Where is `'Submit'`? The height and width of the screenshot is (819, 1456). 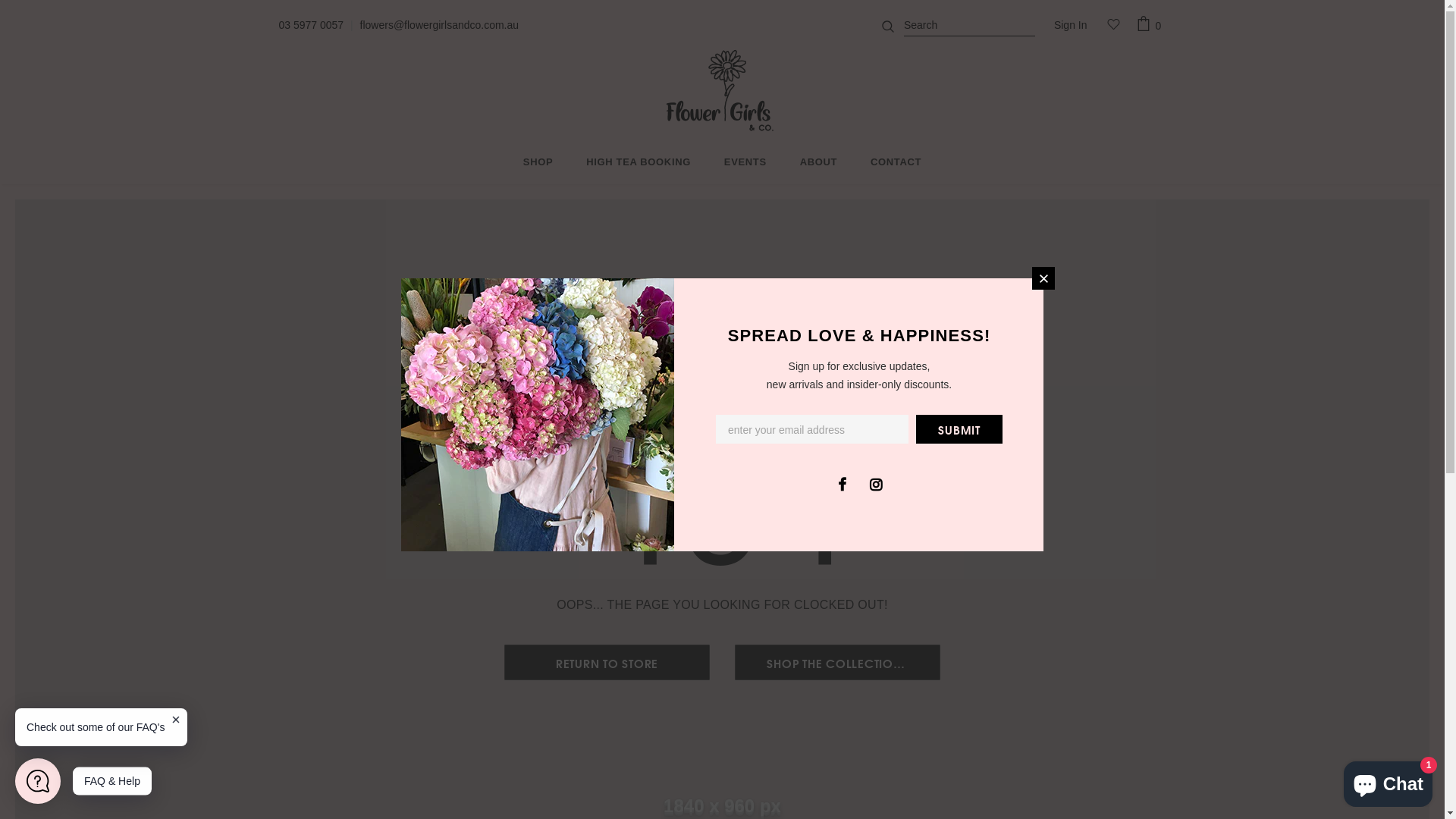 'Submit' is located at coordinates (959, 428).